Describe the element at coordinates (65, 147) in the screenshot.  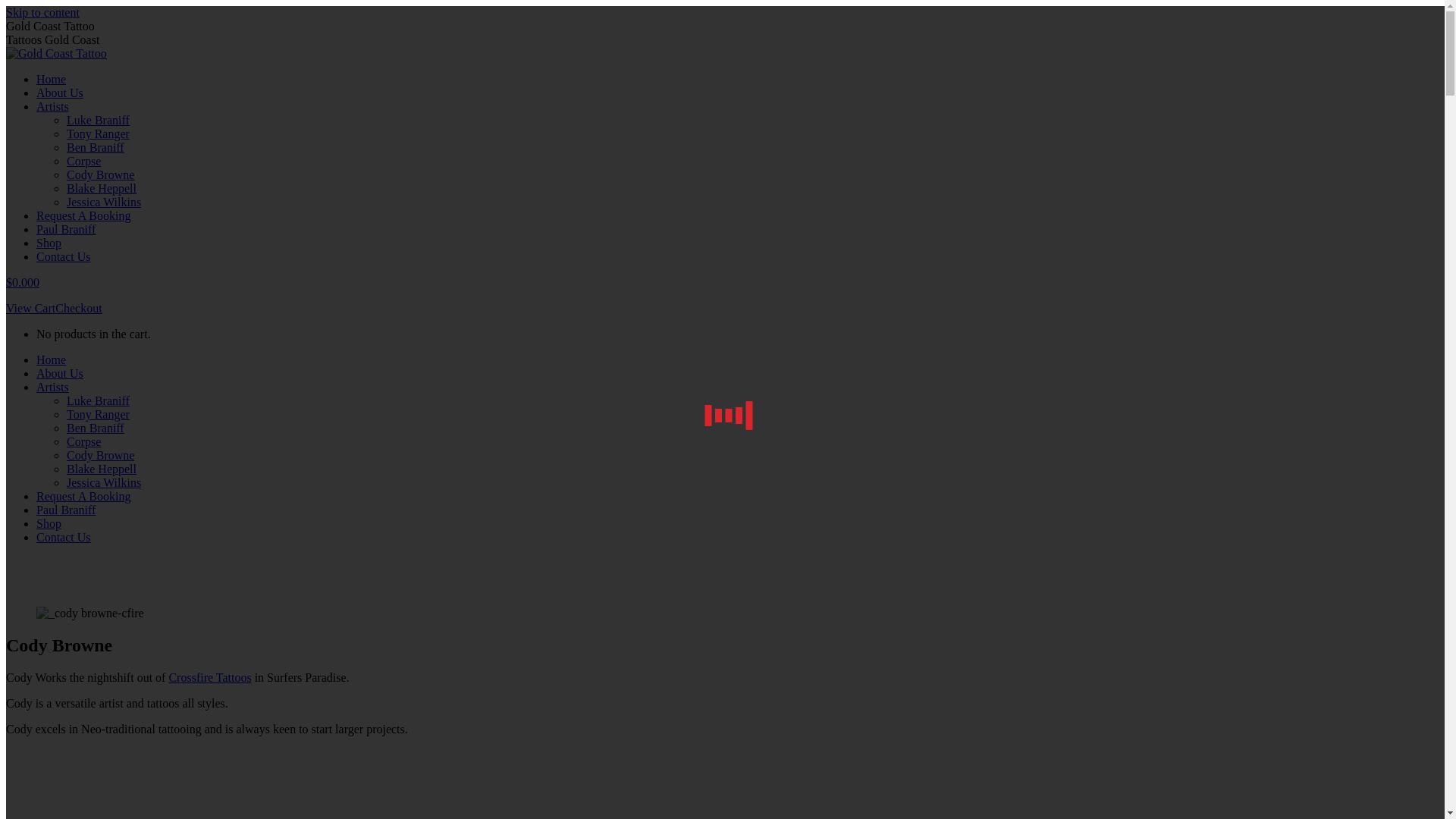
I see `'Ben Braniff'` at that location.